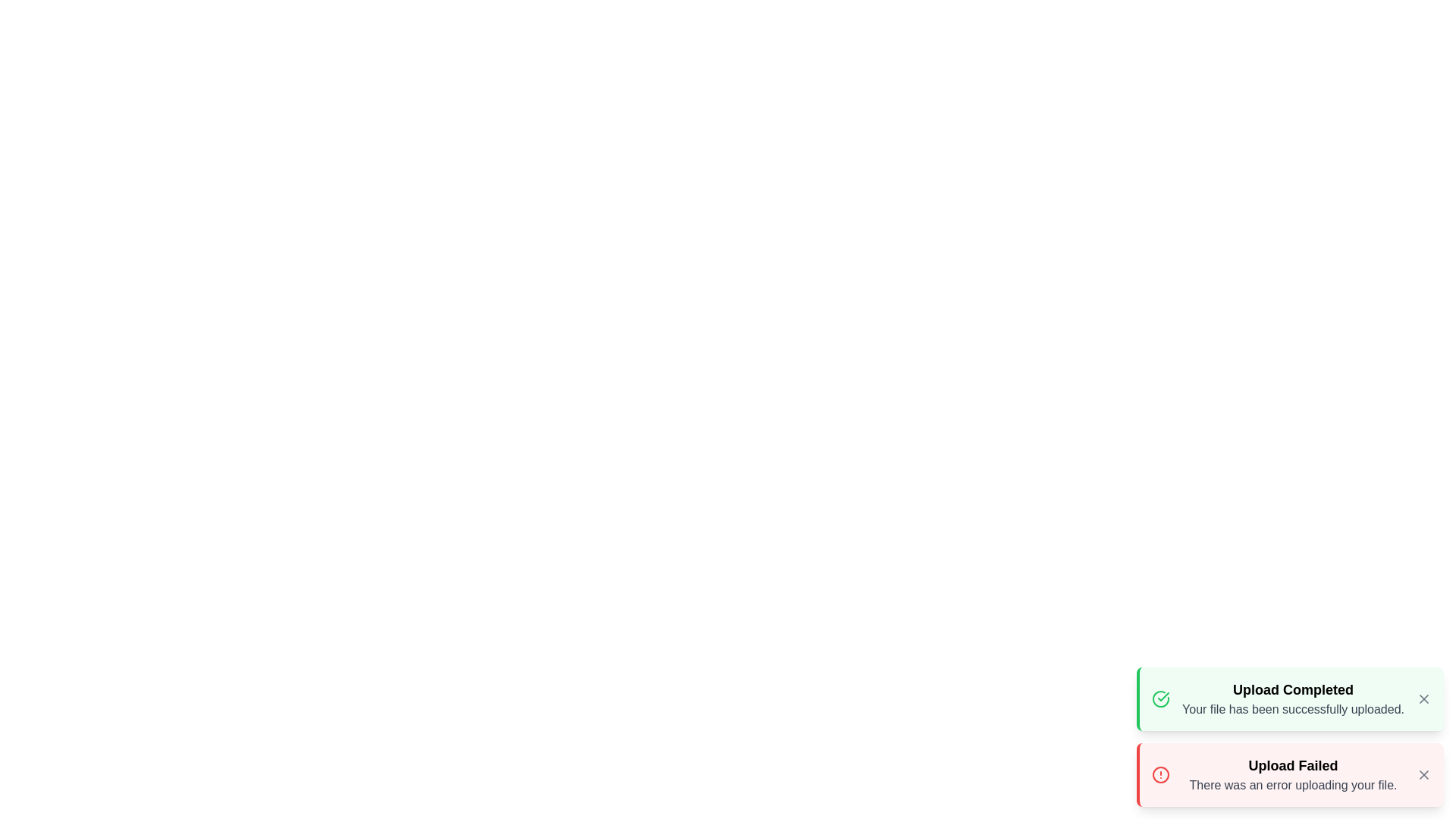  What do you see at coordinates (1289, 698) in the screenshot?
I see `the Notification alert box confirming the successful file upload, located in the lower right corner of the interface` at bounding box center [1289, 698].